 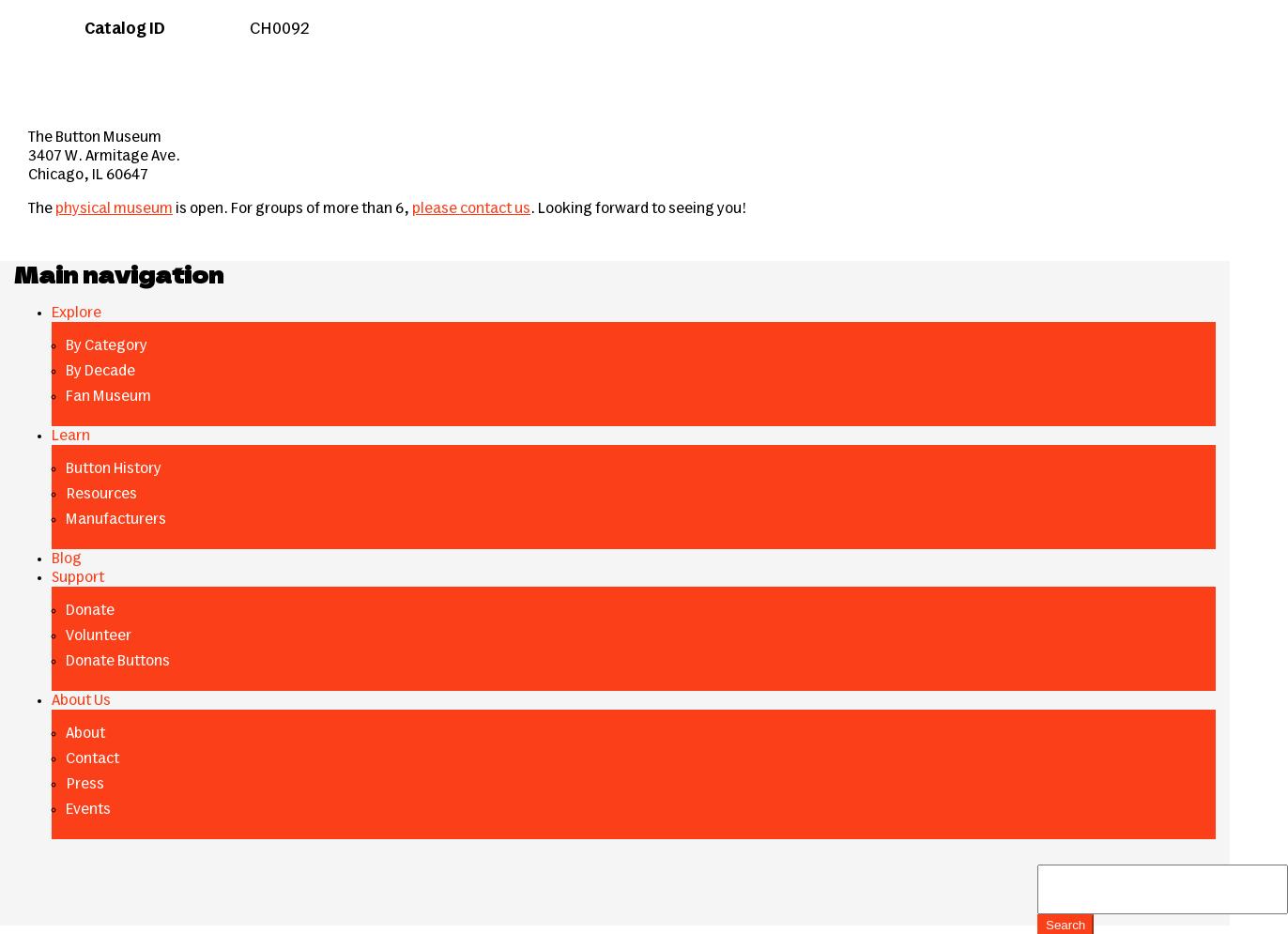 I want to click on 'Manufacturers', so click(x=115, y=519).